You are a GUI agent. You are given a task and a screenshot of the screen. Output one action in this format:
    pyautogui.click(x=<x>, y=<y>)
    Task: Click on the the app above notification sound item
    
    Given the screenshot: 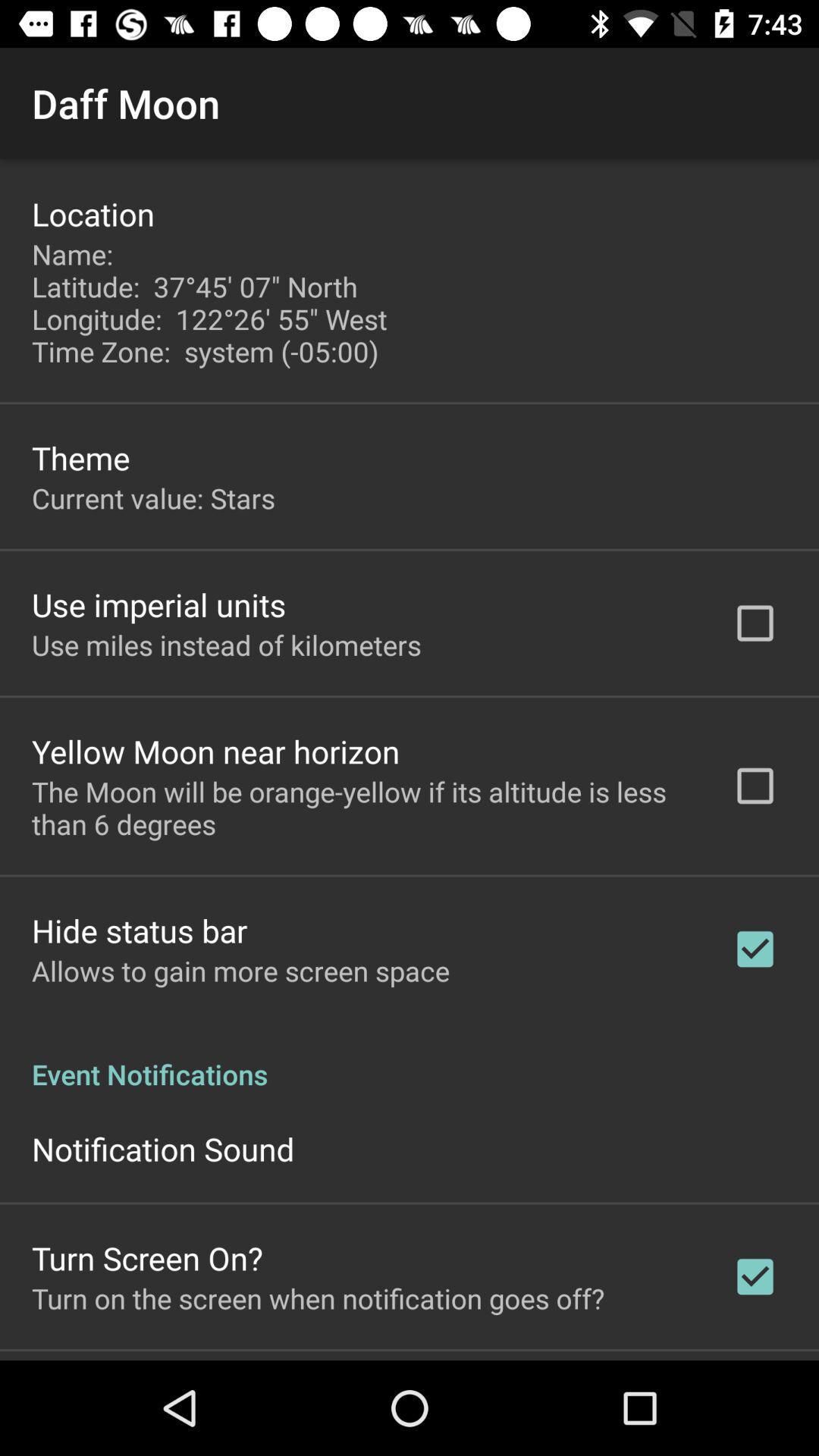 What is the action you would take?
    pyautogui.click(x=409, y=1057)
    